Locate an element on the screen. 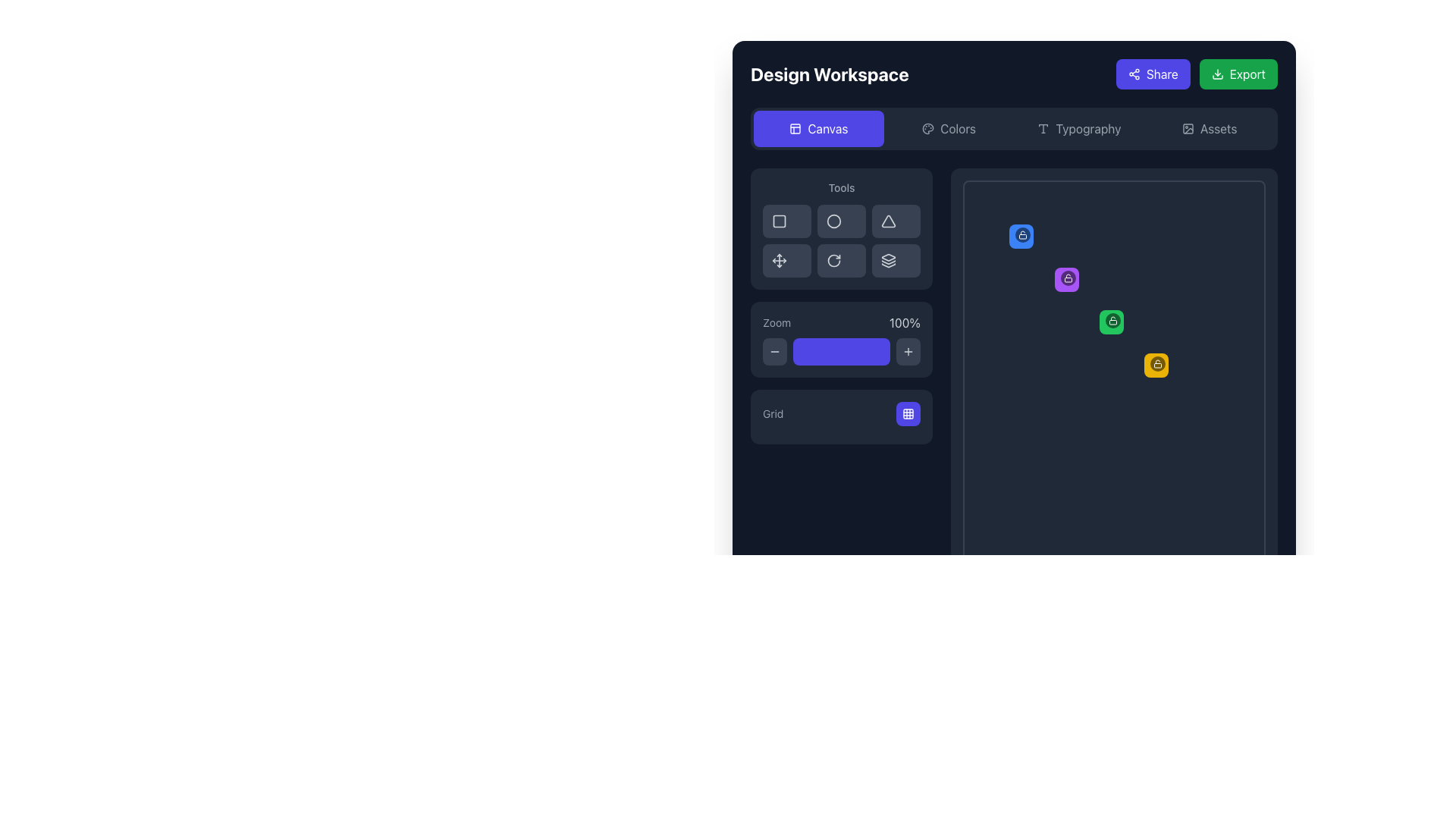 The image size is (1456, 819). the text label displaying '100%' in light gray color, located within the 'Zoom' panel to the right of the purple slider control is located at coordinates (905, 322).